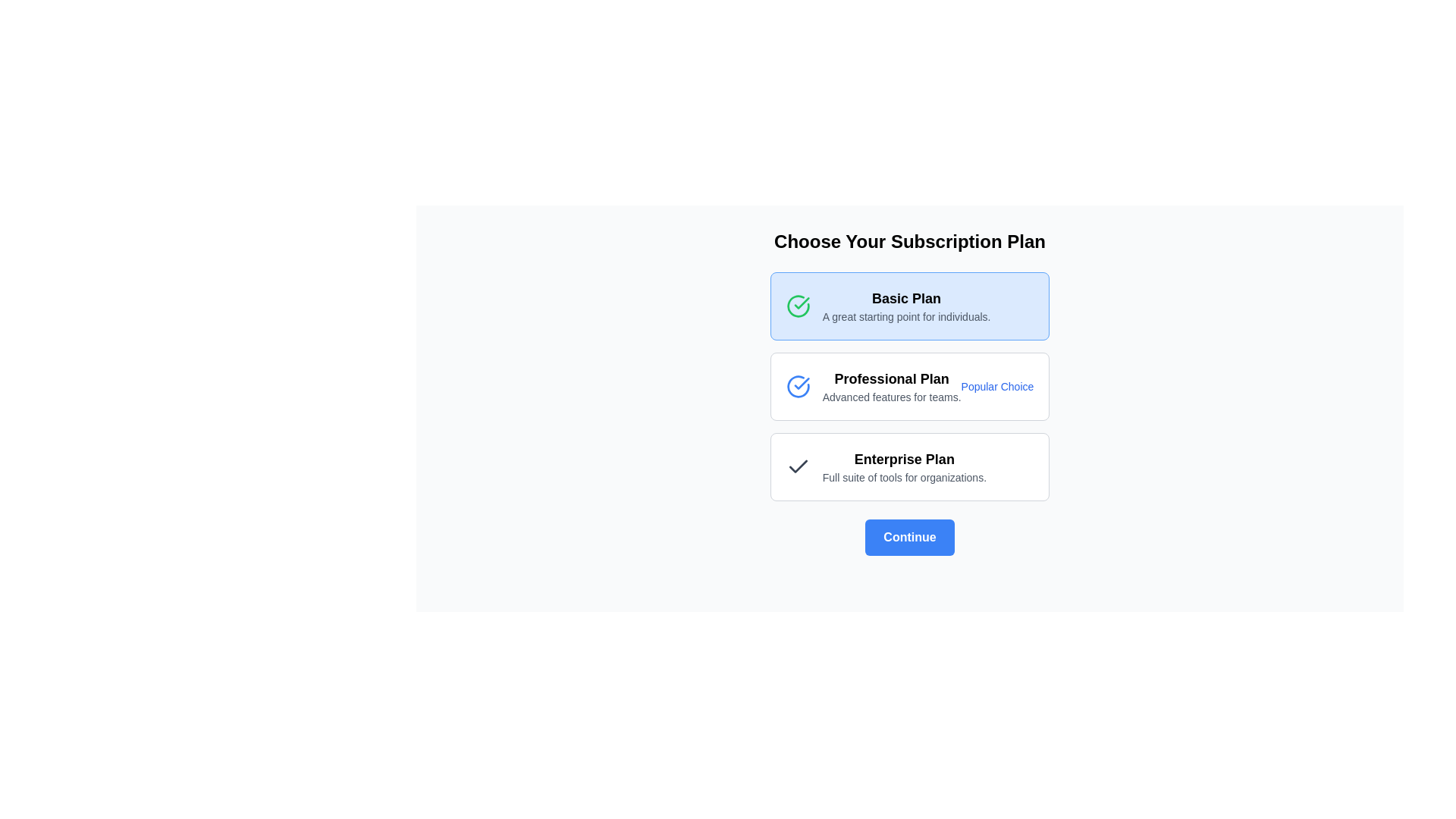 This screenshot has width=1456, height=819. What do you see at coordinates (888, 306) in the screenshot?
I see `the 'Basic Plan' list item, which has a bold heading and a green checkmark icon` at bounding box center [888, 306].